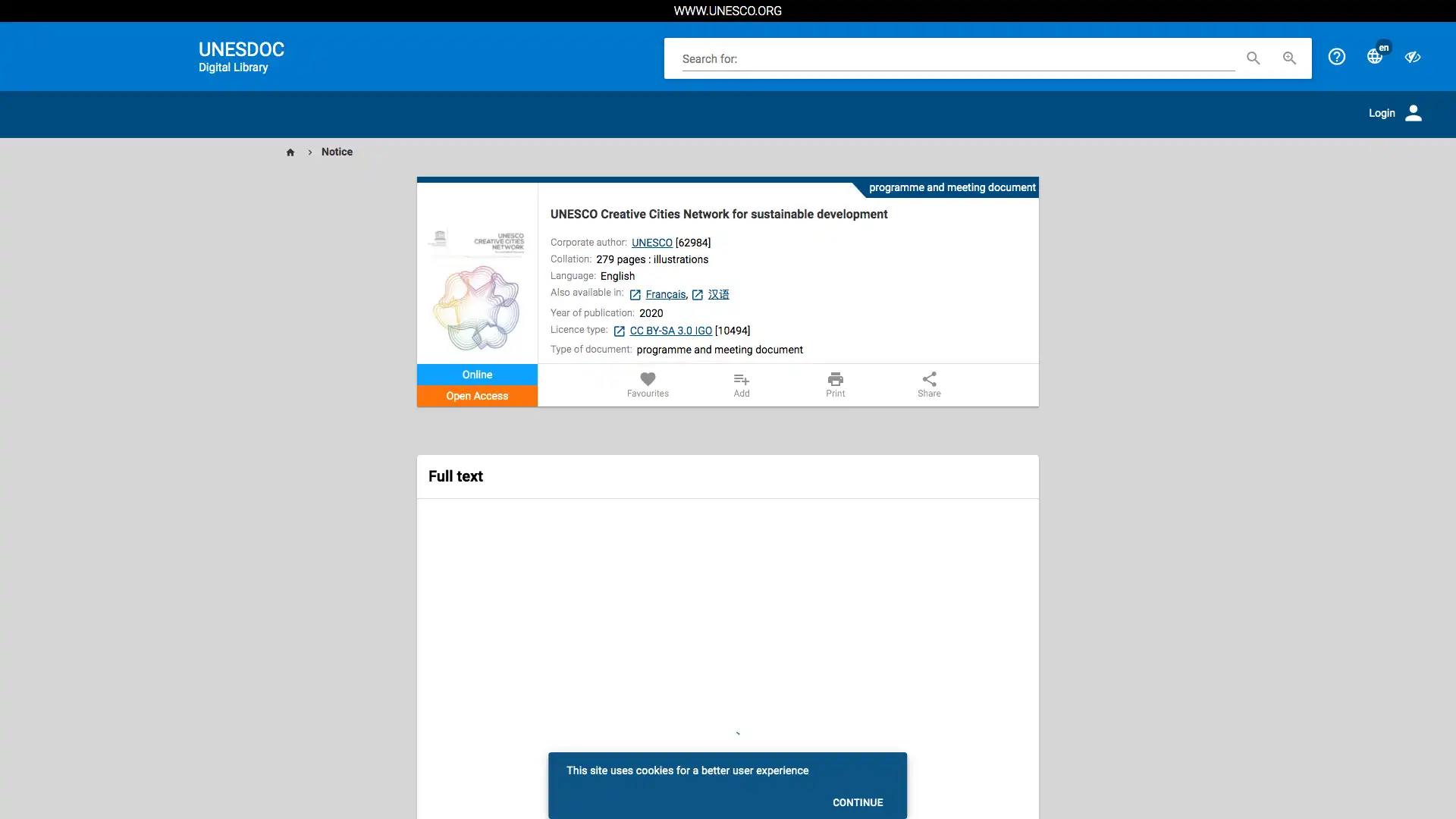 The width and height of the screenshot is (1456, 819). What do you see at coordinates (1288, 57) in the screenshot?
I see `Start advanced search` at bounding box center [1288, 57].